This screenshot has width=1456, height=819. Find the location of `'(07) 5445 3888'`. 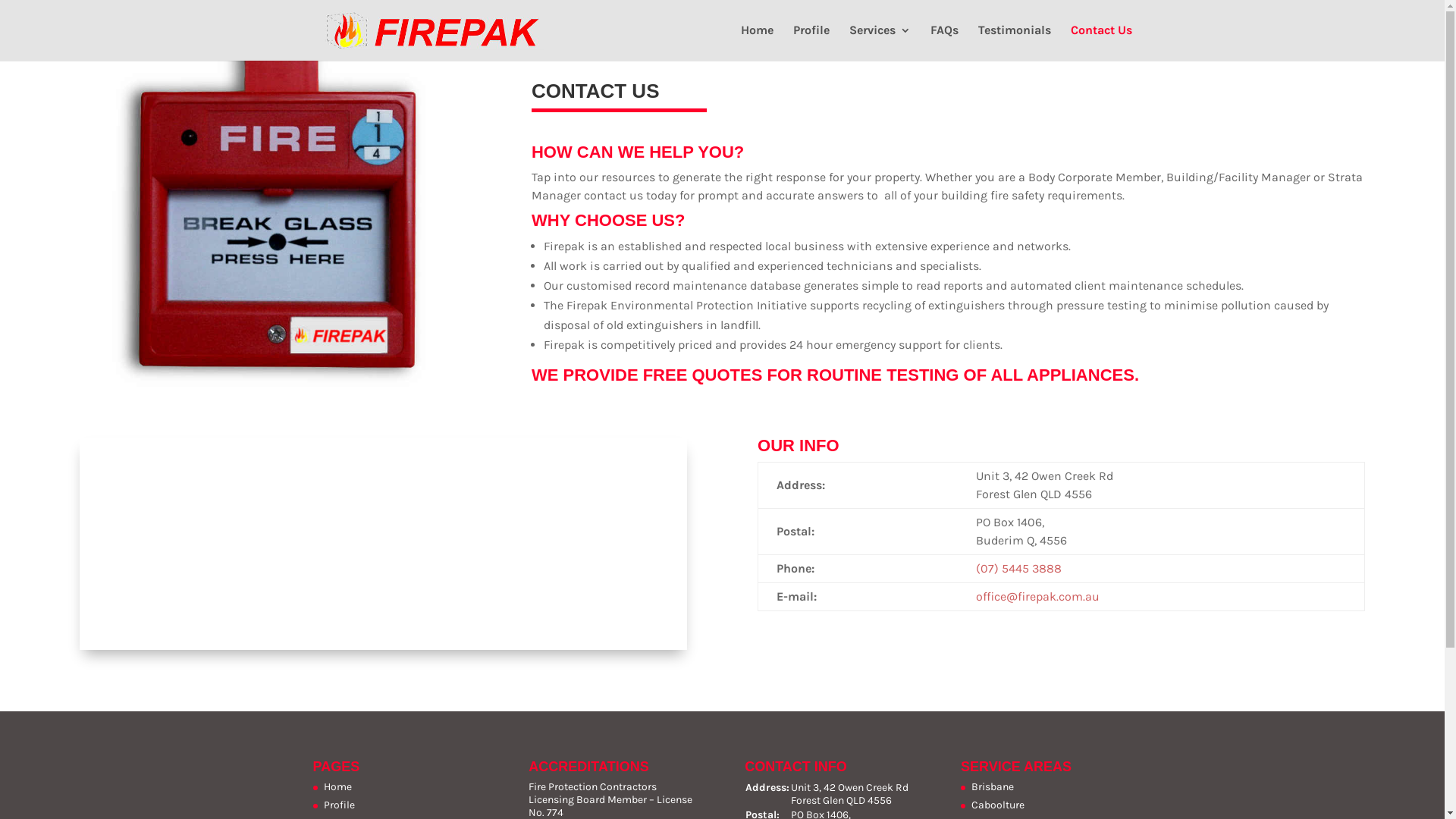

'(07) 5445 3888' is located at coordinates (975, 568).